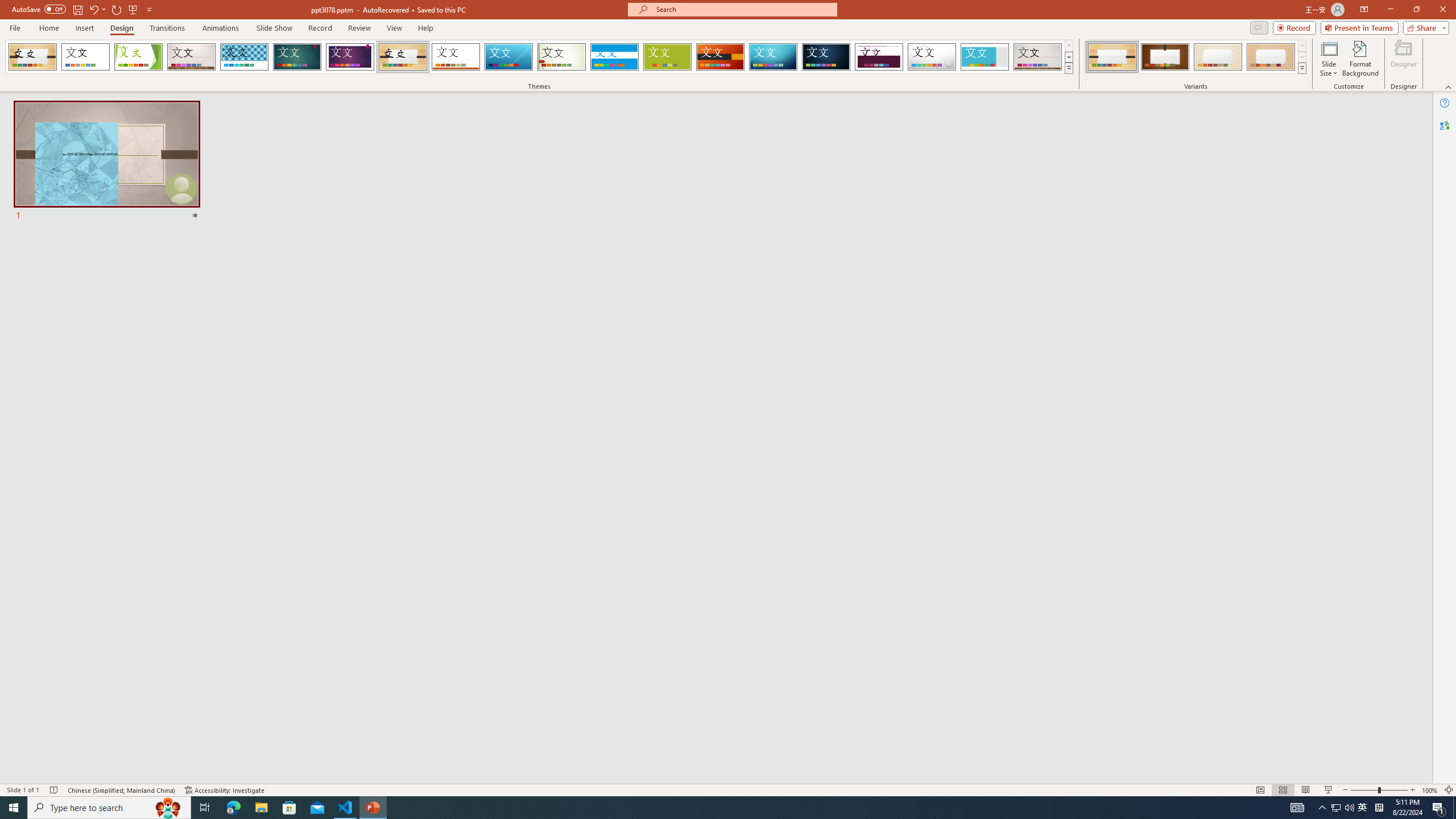 This screenshot has width=1456, height=819. Describe the element at coordinates (879, 56) in the screenshot. I see `'Dividend'` at that location.